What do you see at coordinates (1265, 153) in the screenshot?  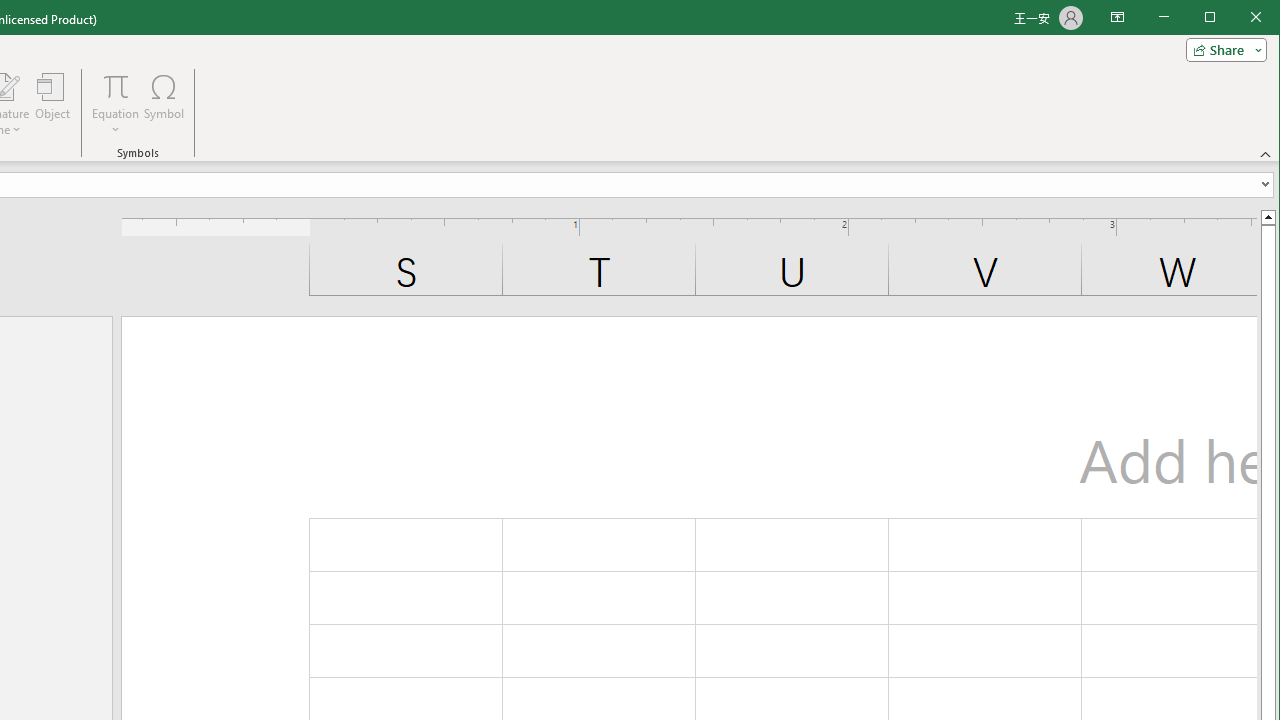 I see `'Collapse the Ribbon'` at bounding box center [1265, 153].